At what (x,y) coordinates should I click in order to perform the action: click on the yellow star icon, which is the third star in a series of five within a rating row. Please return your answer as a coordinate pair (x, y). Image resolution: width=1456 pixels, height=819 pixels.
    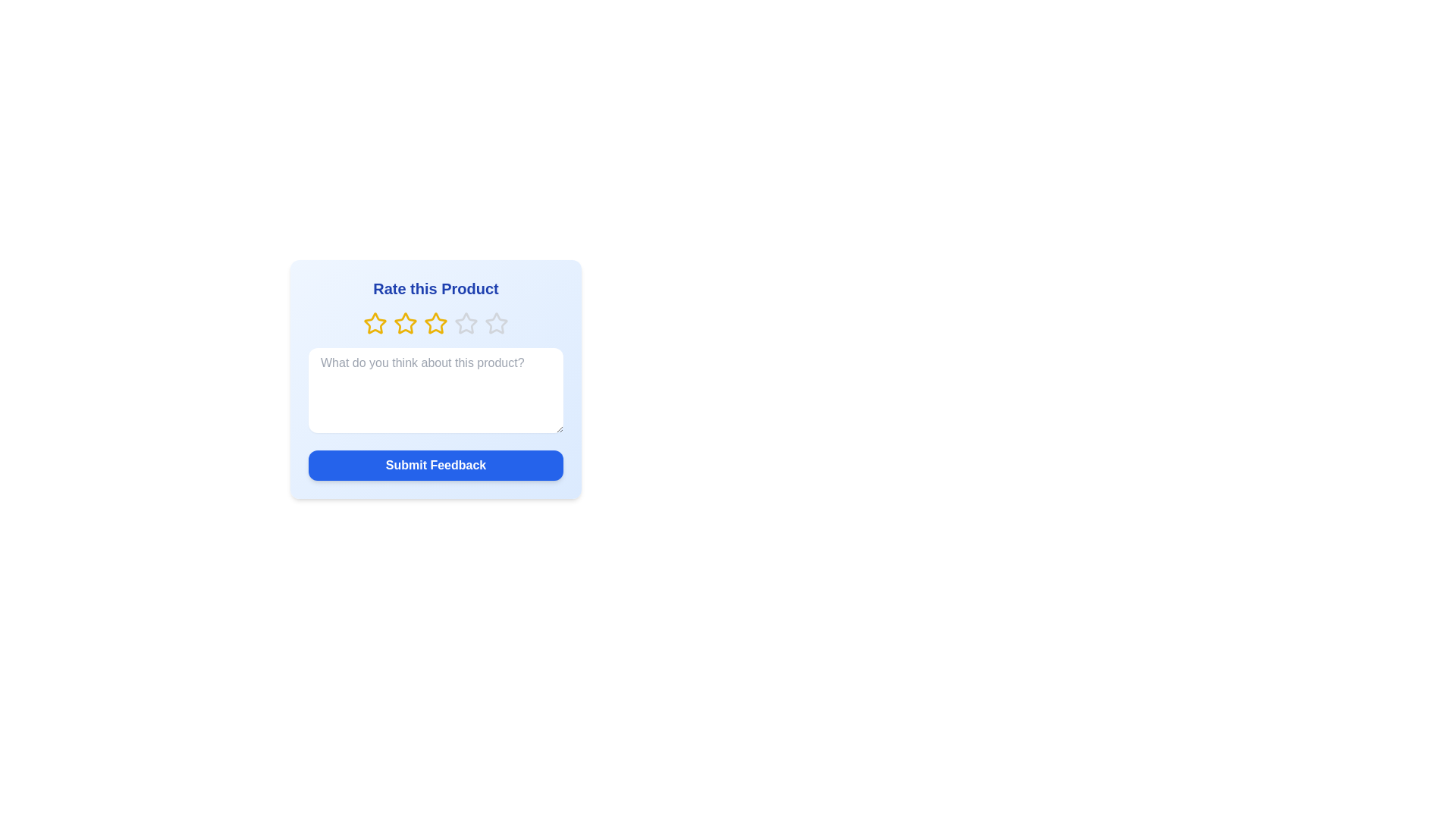
    Looking at the image, I should click on (405, 323).